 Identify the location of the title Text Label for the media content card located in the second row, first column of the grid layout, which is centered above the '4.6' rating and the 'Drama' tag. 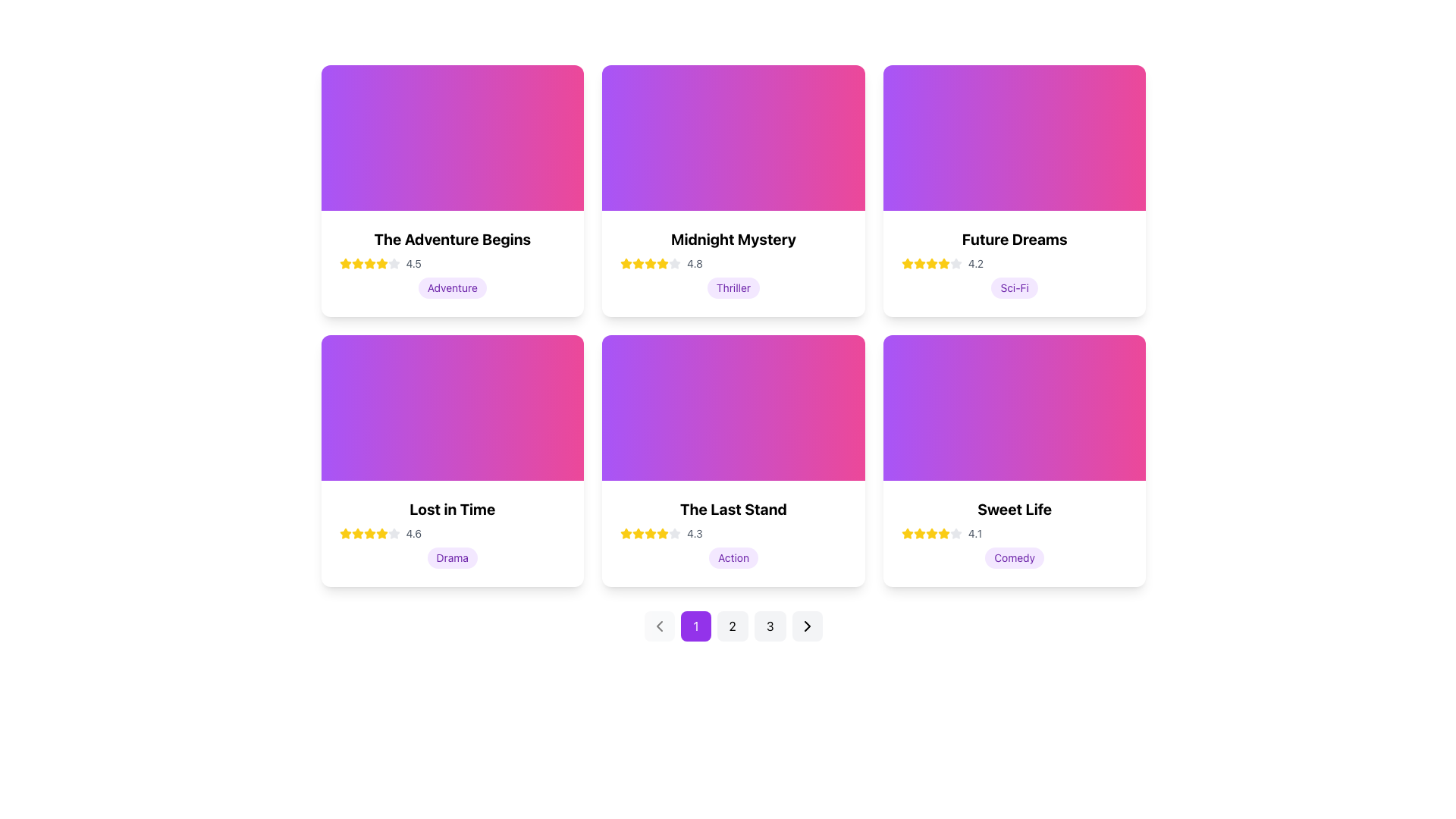
(451, 509).